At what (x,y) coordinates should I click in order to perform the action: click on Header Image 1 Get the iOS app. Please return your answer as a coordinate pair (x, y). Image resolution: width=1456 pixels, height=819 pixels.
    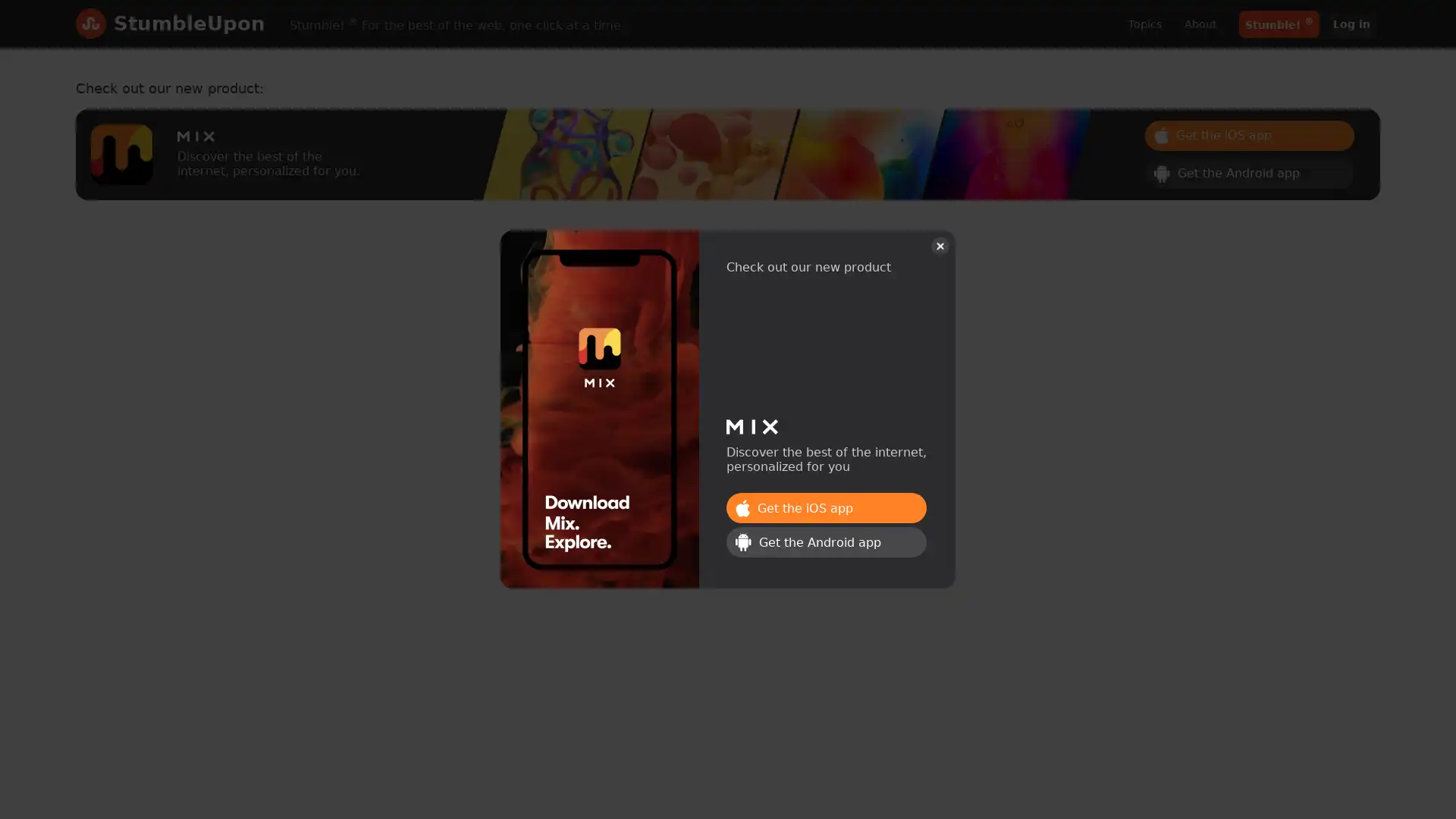
    Looking at the image, I should click on (825, 508).